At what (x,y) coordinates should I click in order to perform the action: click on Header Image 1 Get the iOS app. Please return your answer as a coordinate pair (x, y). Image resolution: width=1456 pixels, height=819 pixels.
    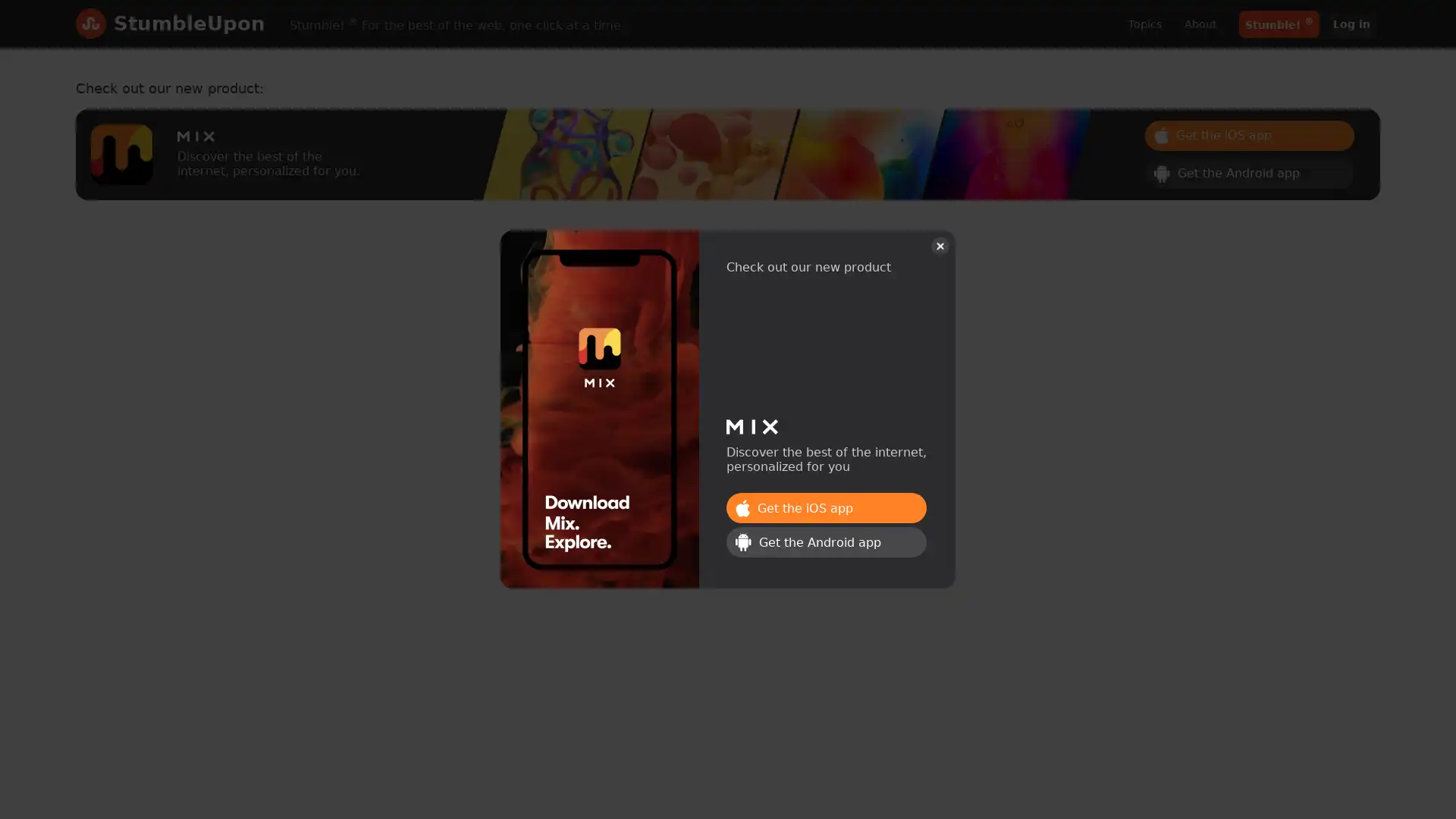
    Looking at the image, I should click on (825, 508).